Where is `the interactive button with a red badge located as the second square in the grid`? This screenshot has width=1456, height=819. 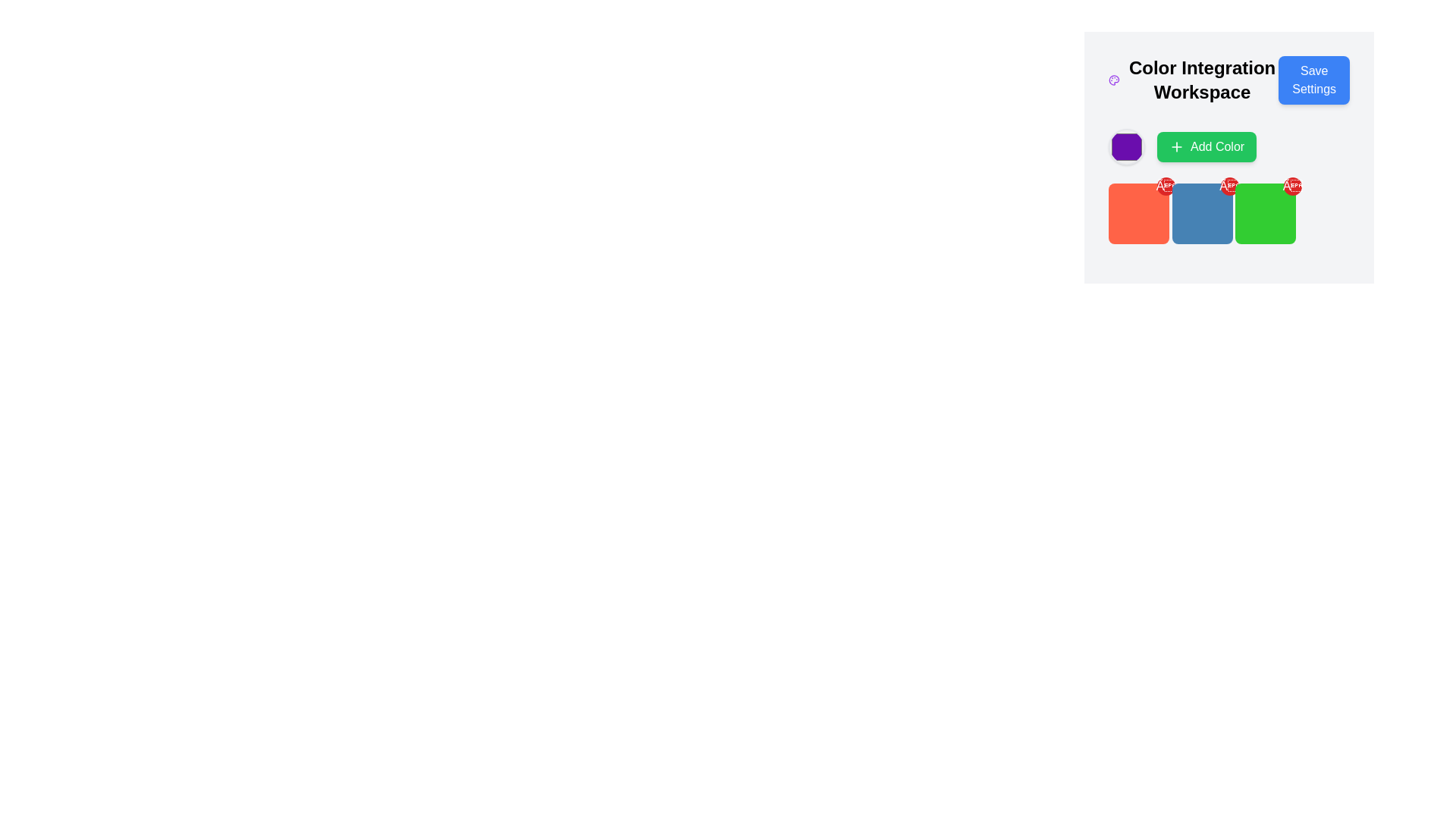 the interactive button with a red badge located as the second square in the grid is located at coordinates (1201, 213).